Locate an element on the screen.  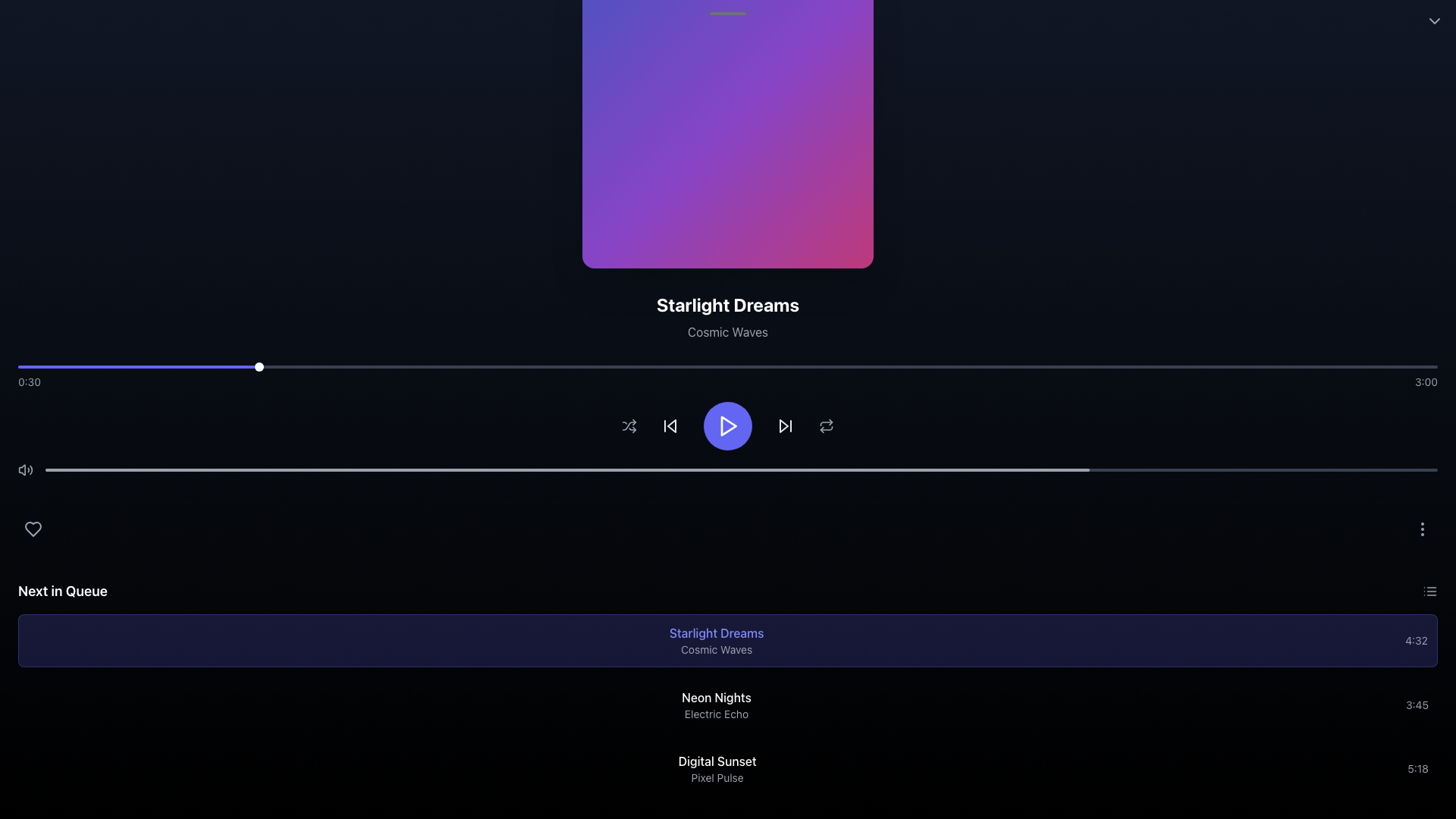
text displayed in the text block that shows the currently playing media's title and subtitle, located at the center of the layout, directly below the gradient artwork display is located at coordinates (728, 315).